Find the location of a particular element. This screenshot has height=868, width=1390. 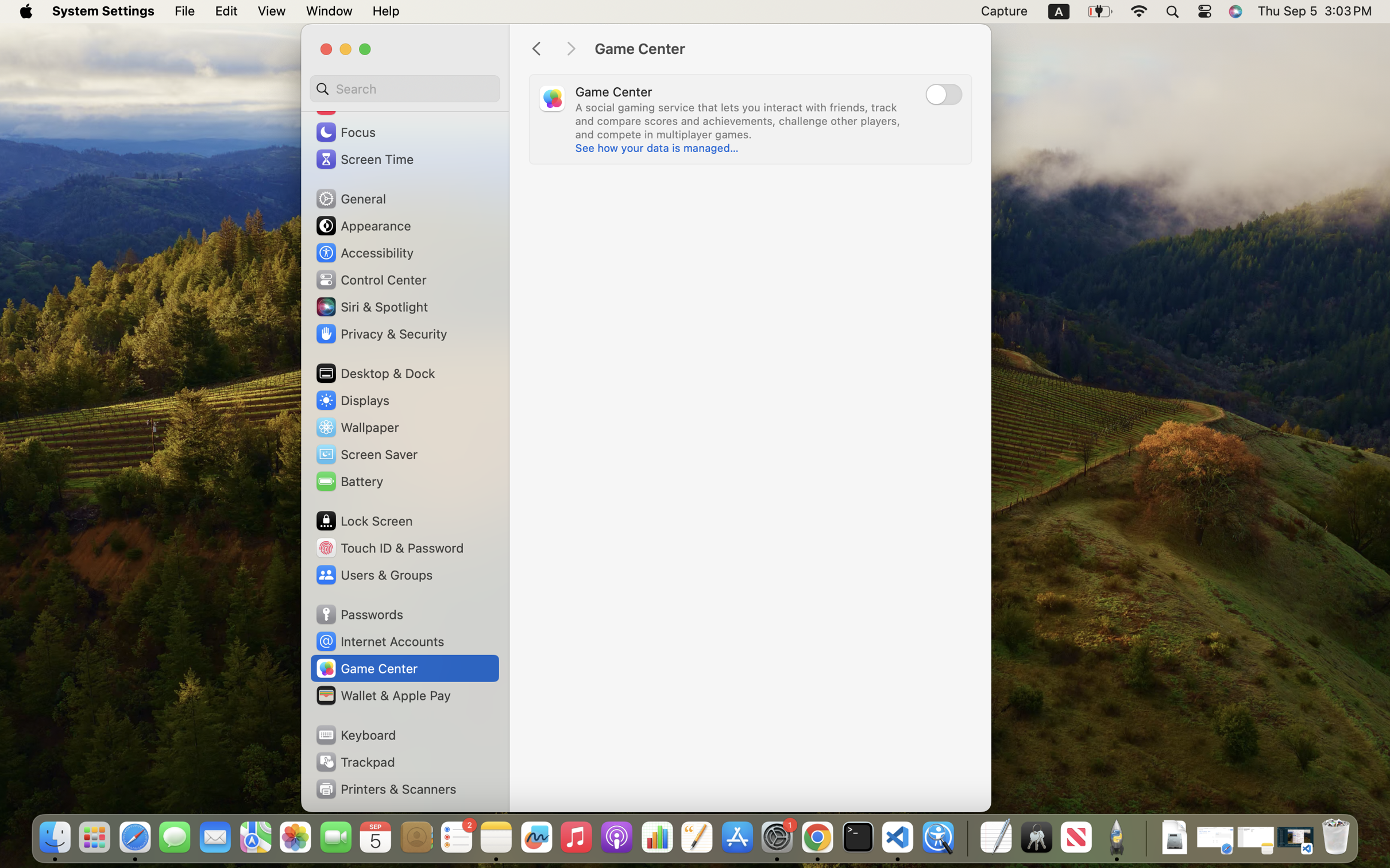

'Trackpad' is located at coordinates (354, 761).